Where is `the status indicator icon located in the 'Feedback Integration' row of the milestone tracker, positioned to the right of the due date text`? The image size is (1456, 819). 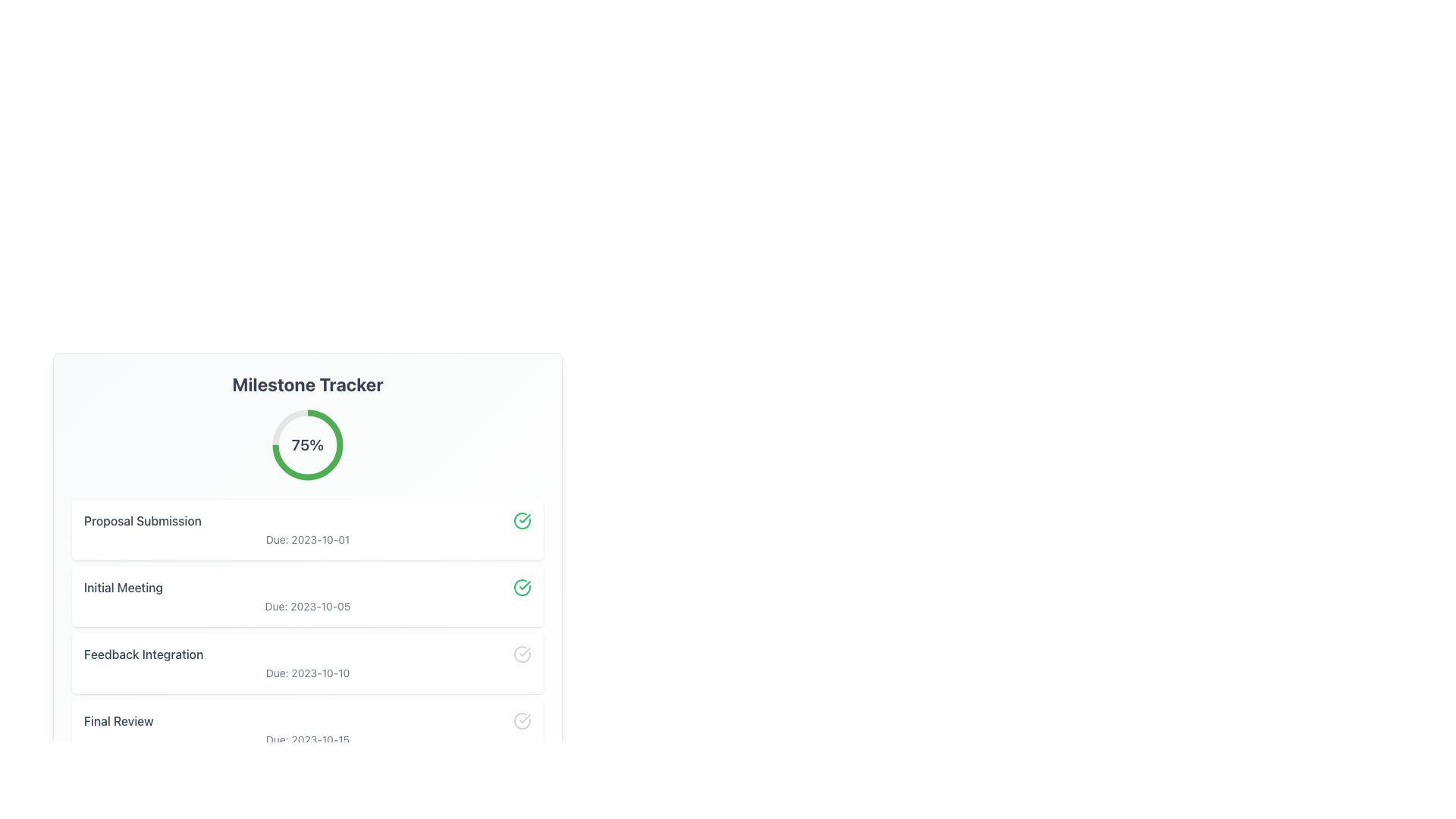
the status indicator icon located in the 'Feedback Integration' row of the milestone tracker, positioned to the right of the due date text is located at coordinates (522, 654).